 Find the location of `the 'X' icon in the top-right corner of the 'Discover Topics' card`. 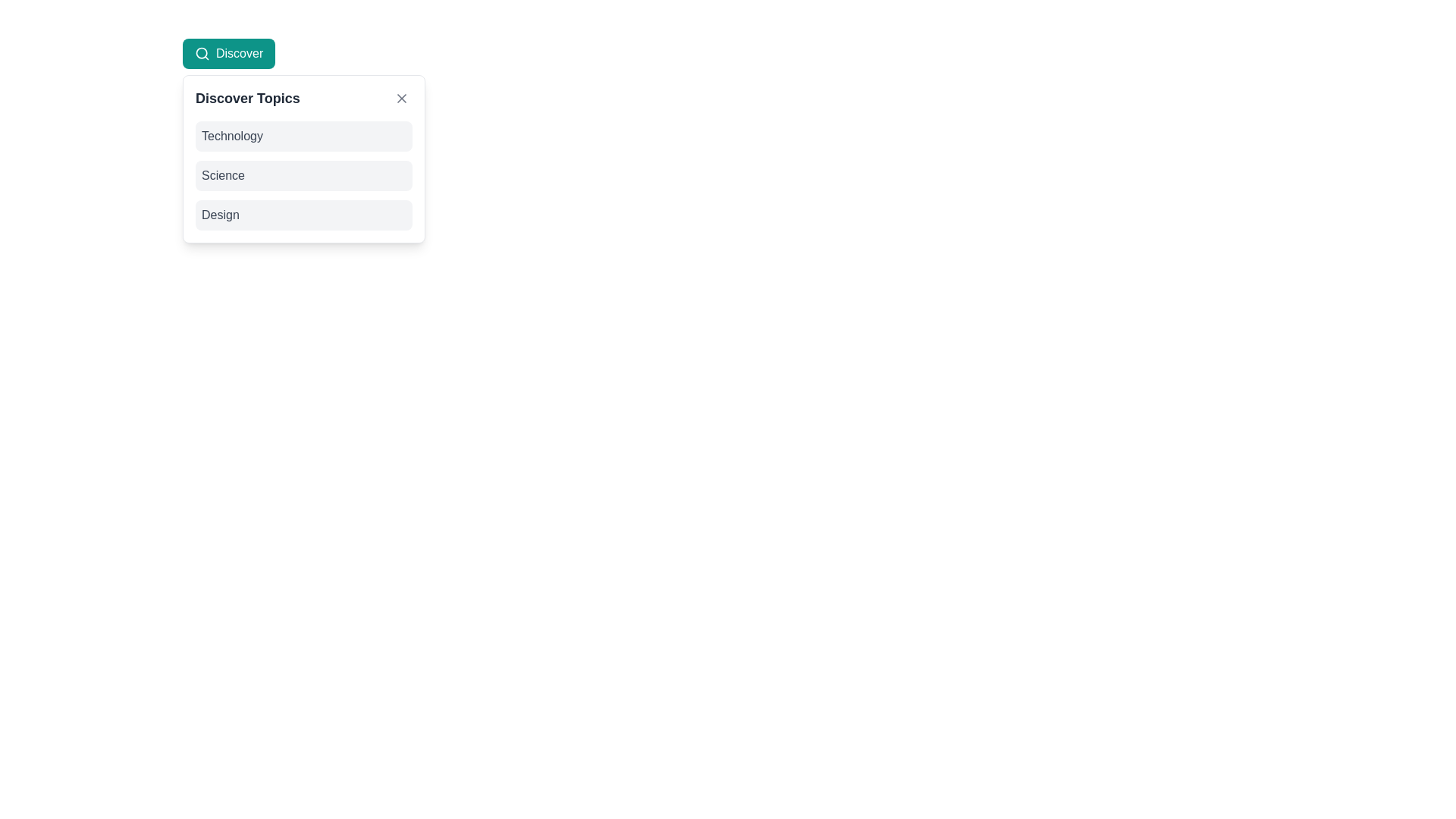

the 'X' icon in the top-right corner of the 'Discover Topics' card is located at coordinates (401, 99).